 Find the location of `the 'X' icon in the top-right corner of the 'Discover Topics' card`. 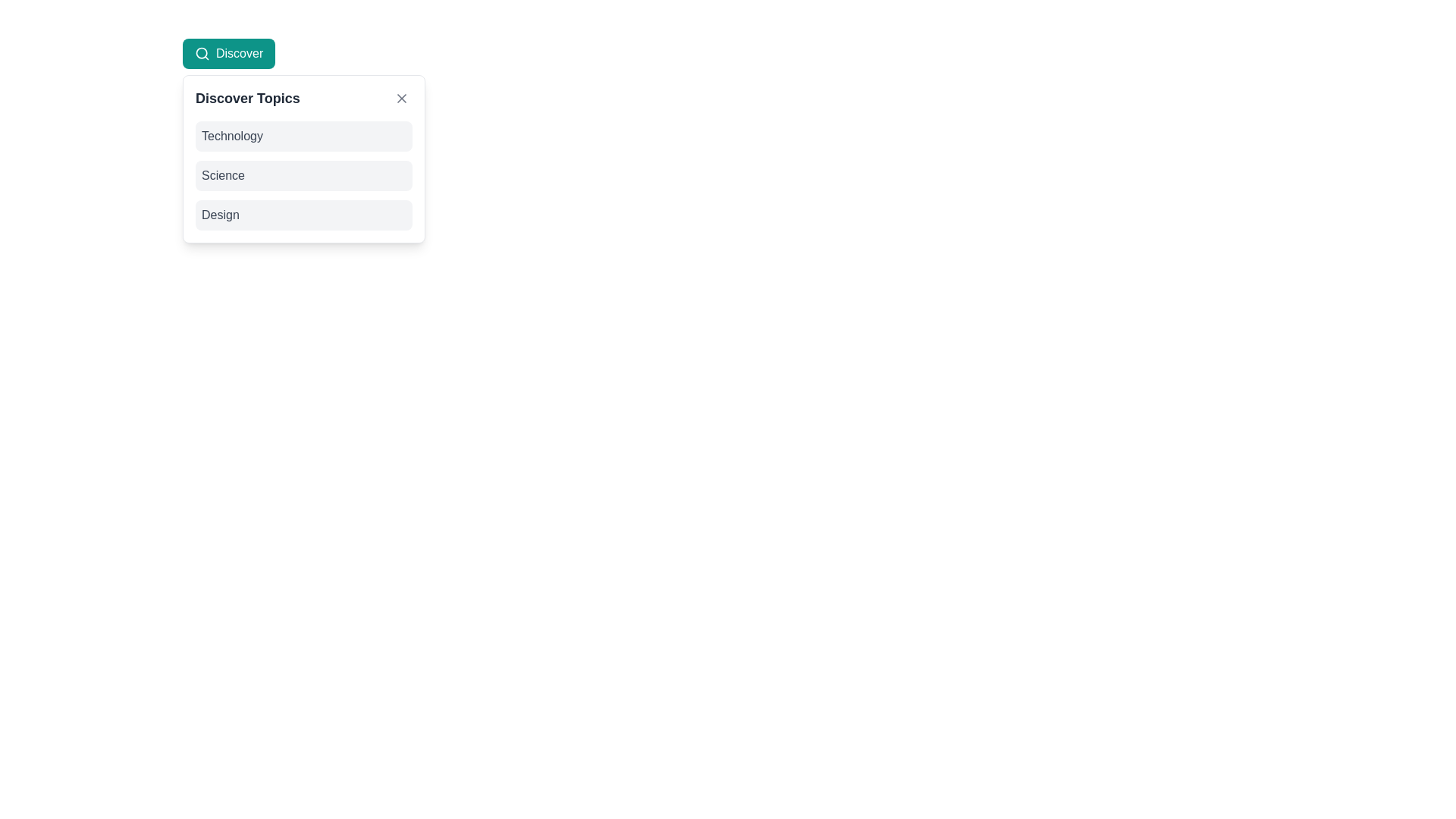

the 'X' icon in the top-right corner of the 'Discover Topics' card is located at coordinates (401, 99).